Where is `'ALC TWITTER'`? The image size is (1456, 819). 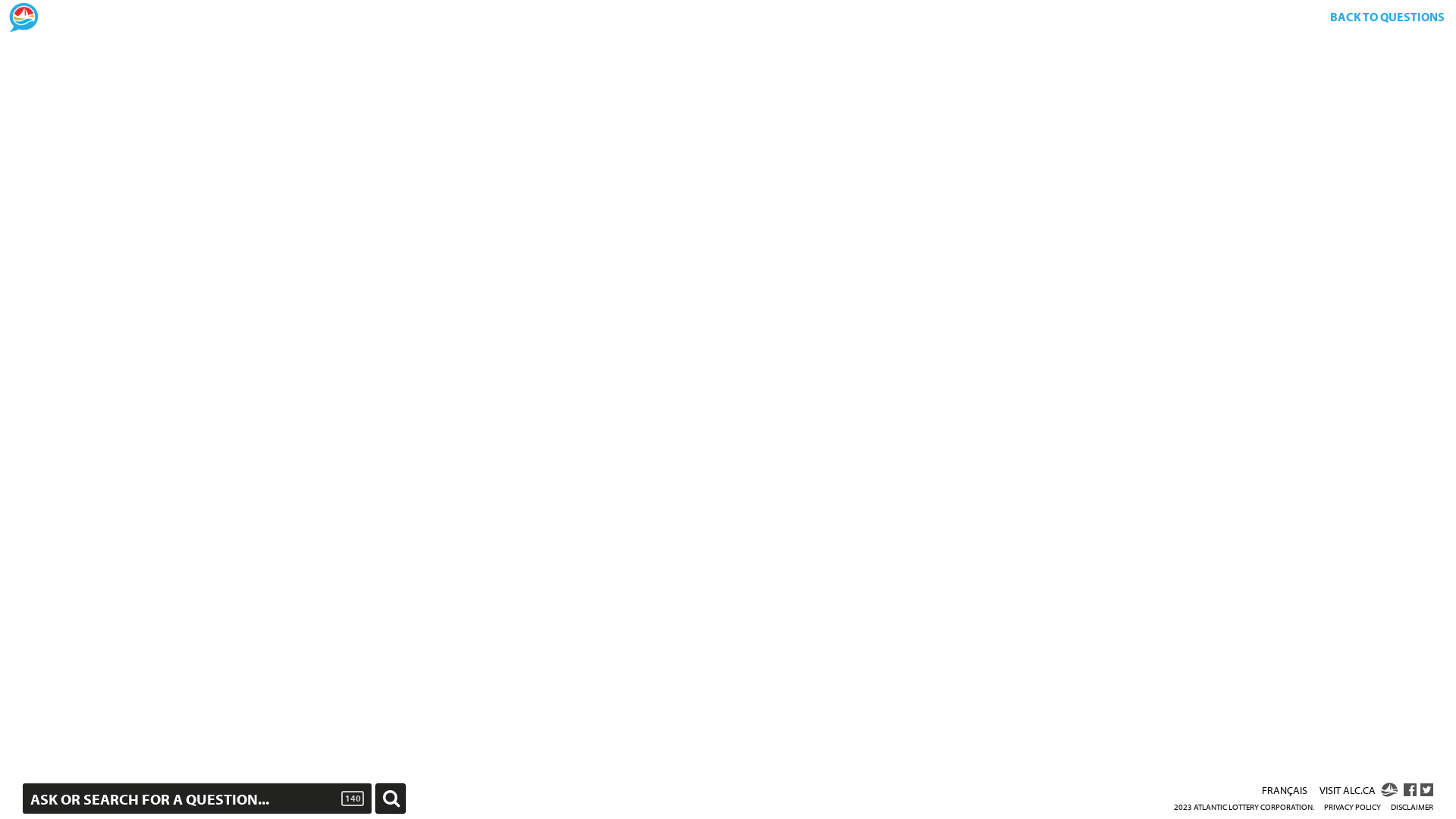
'ALC TWITTER' is located at coordinates (1426, 789).